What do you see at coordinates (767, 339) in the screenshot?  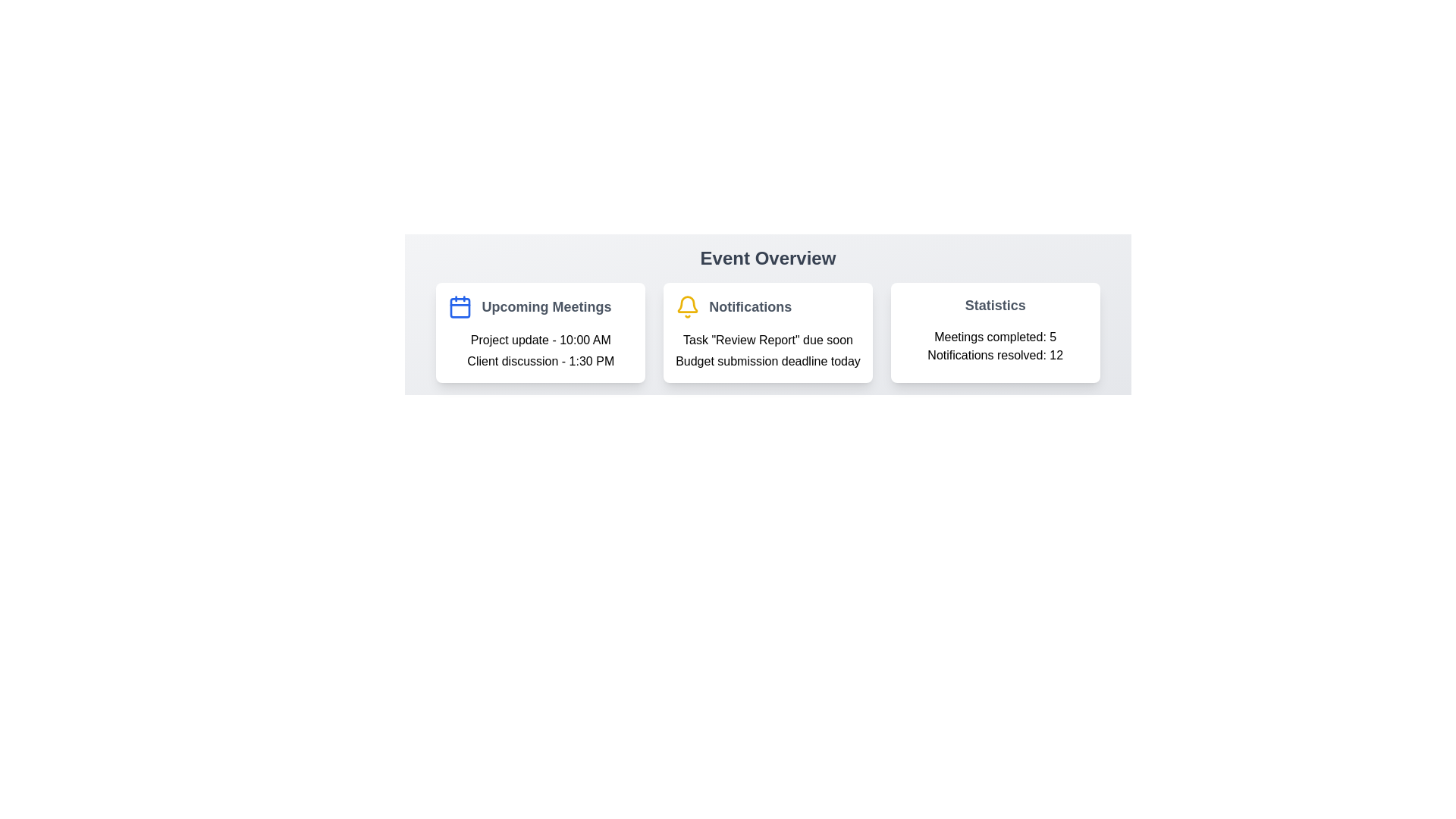 I see `the notification for the 'Review Report' task displayed in the 'Notifications' box, which is the first item in the notifications section` at bounding box center [767, 339].